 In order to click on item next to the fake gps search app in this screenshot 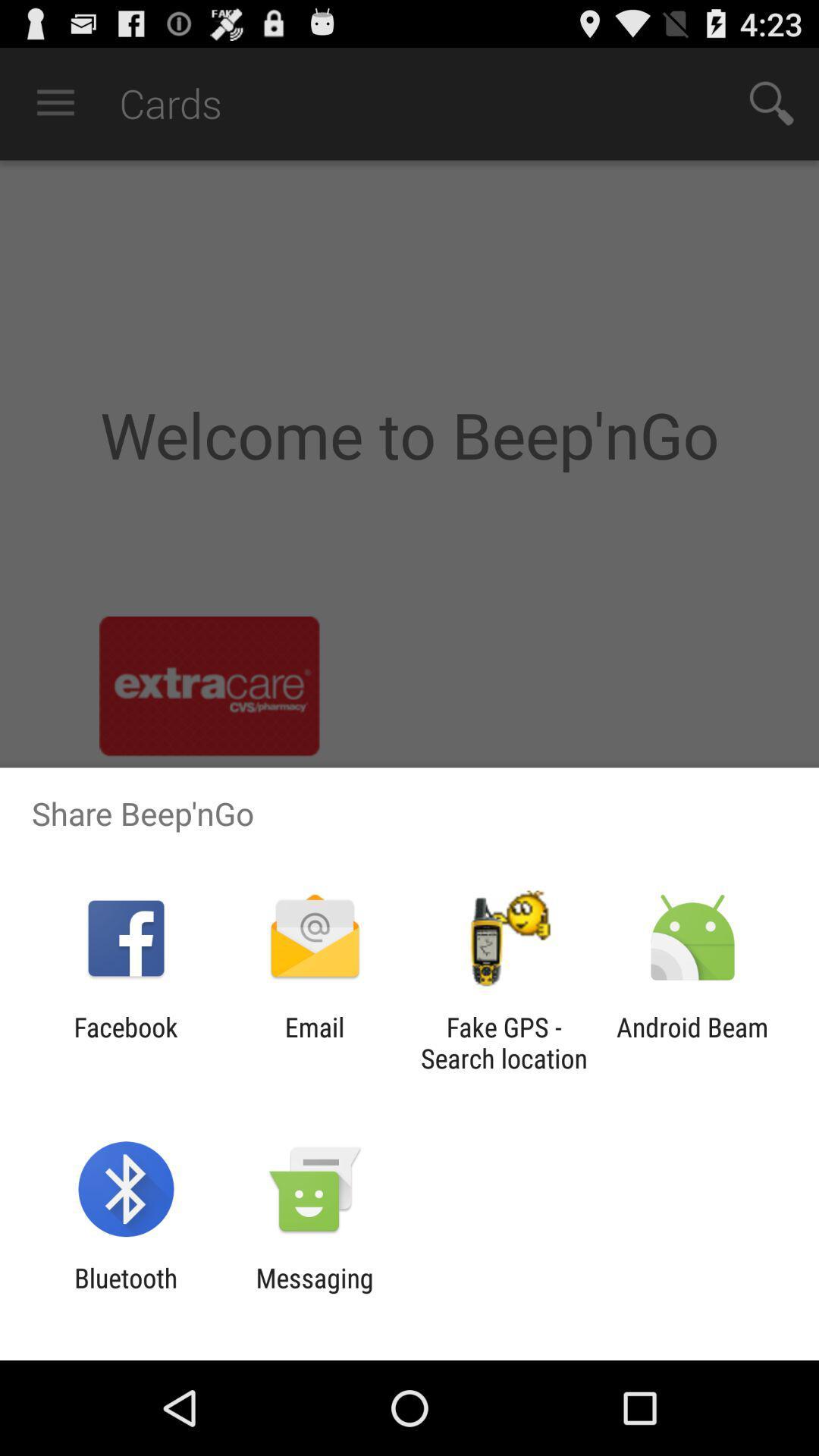, I will do `click(692, 1042)`.